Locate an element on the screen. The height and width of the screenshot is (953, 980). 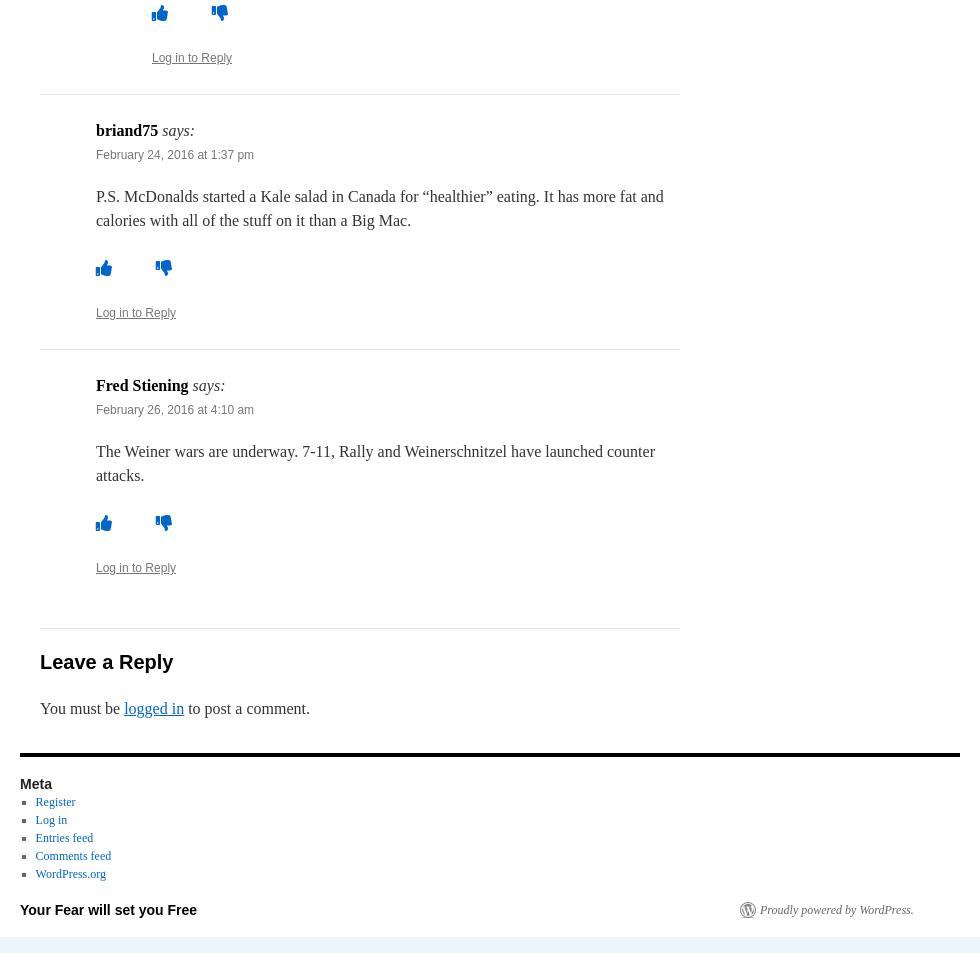
'Entries feed' is located at coordinates (62, 837).